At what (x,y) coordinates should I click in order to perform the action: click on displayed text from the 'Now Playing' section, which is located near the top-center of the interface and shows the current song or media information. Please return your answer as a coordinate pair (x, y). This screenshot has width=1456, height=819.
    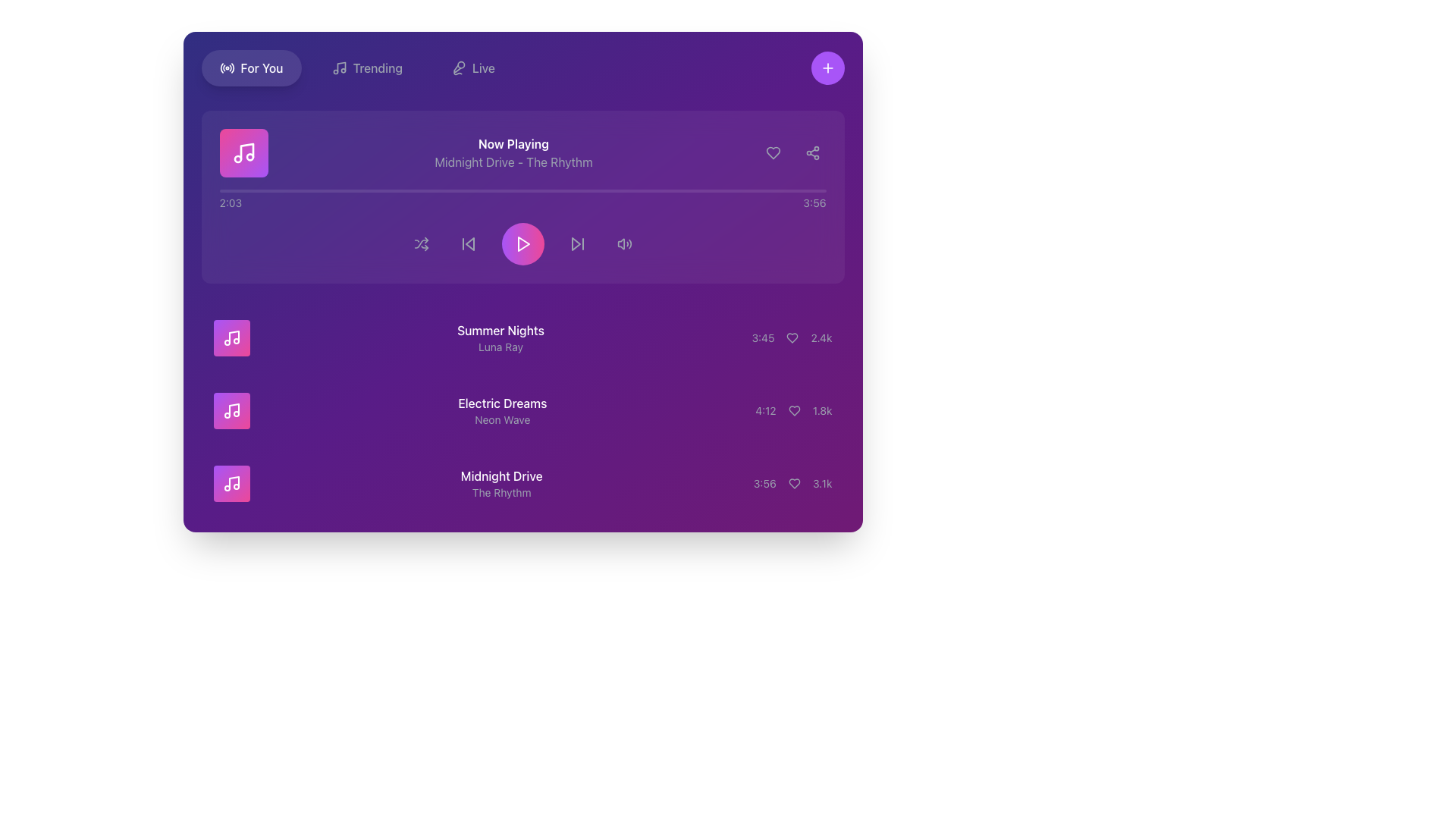
    Looking at the image, I should click on (513, 152).